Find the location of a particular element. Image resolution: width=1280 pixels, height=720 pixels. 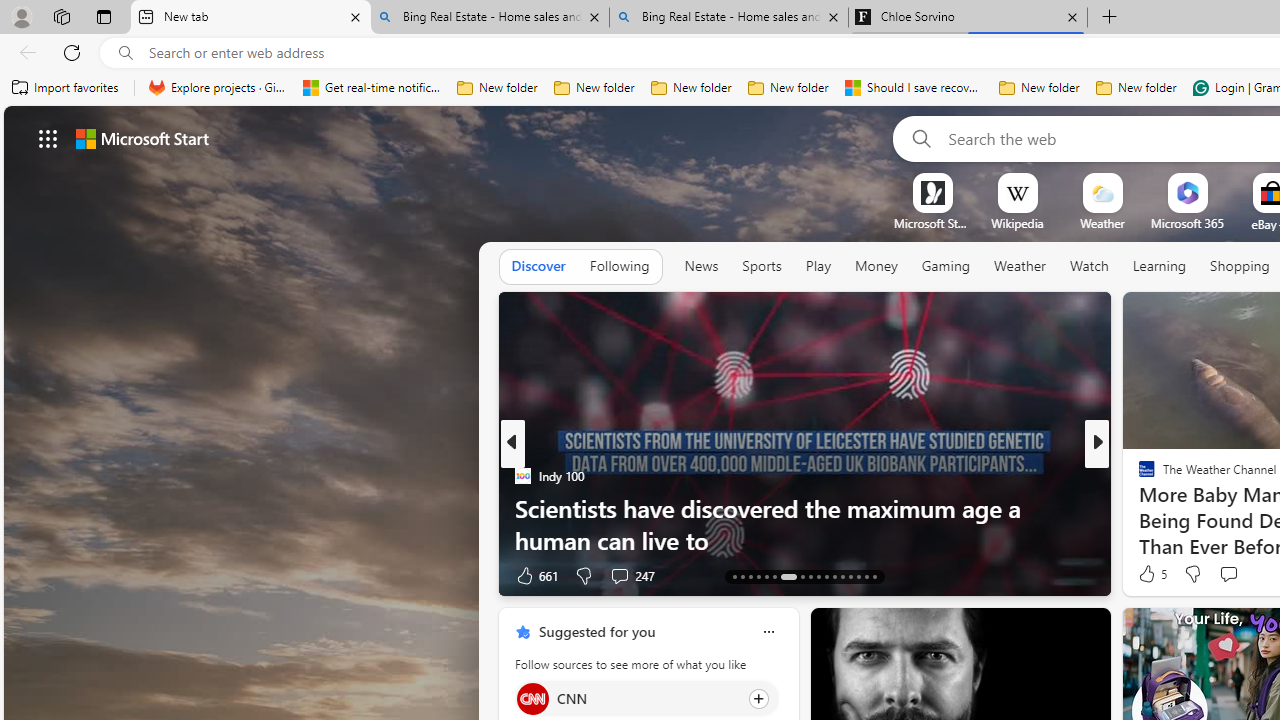

'AutomationID: tab-18' is located at coordinates (774, 577).